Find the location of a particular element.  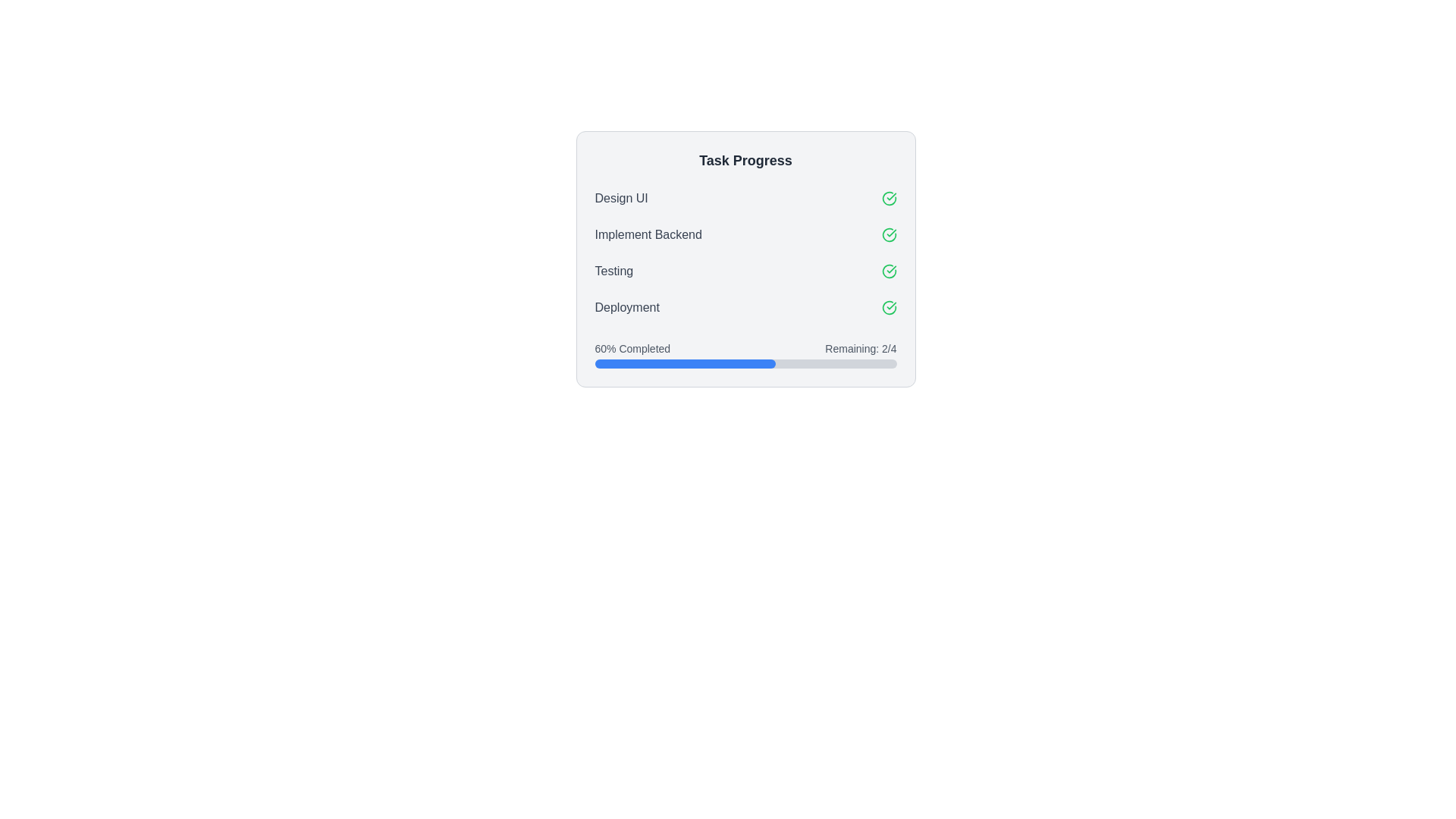

the Completion Indicator Icon, which is a green circular icon with a checkmark inside, located near the text 'Deployment' as the fourth icon in the task sequence is located at coordinates (889, 307).